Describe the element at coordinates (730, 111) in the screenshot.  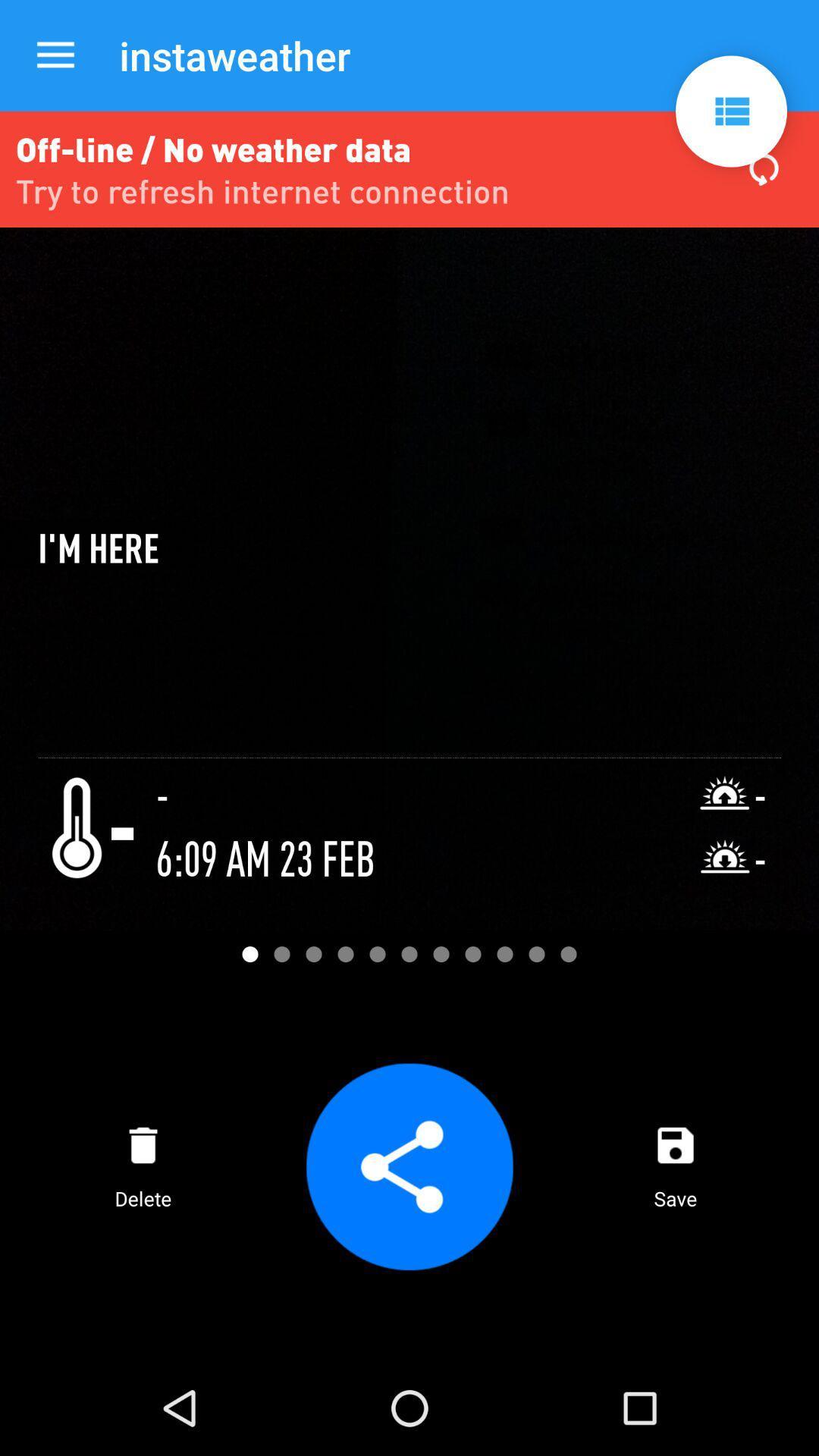
I see `the list icon` at that location.